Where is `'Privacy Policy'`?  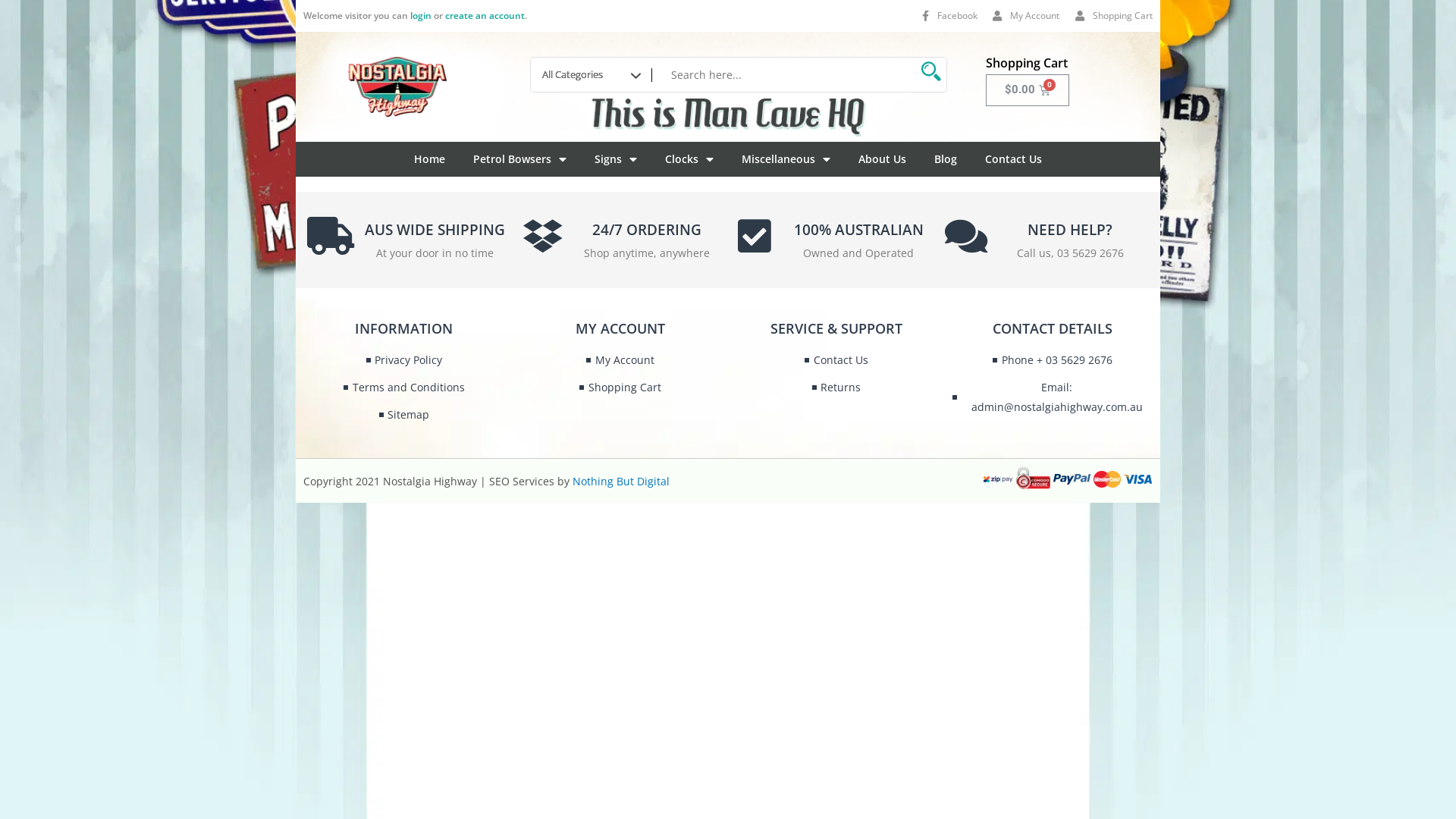
'Privacy Policy' is located at coordinates (403, 359).